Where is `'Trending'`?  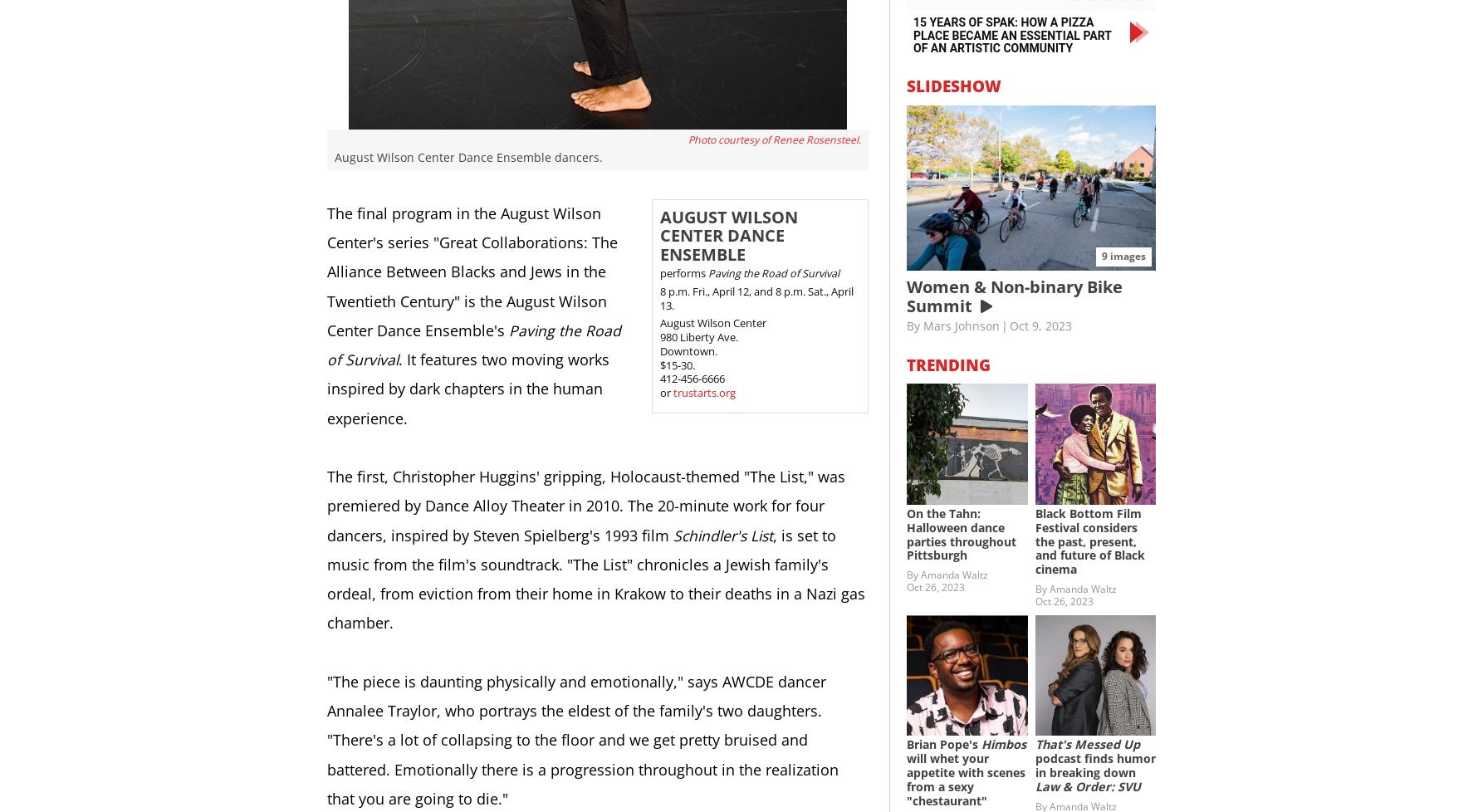
'Trending' is located at coordinates (947, 363).